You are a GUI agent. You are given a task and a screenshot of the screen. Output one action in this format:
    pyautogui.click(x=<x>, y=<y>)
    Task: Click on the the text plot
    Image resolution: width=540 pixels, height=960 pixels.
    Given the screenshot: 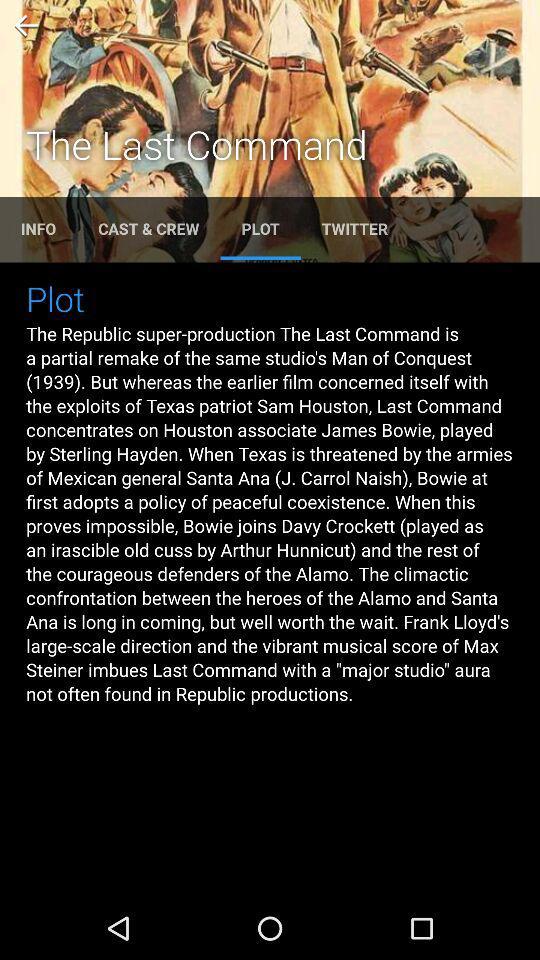 What is the action you would take?
    pyautogui.click(x=260, y=228)
    